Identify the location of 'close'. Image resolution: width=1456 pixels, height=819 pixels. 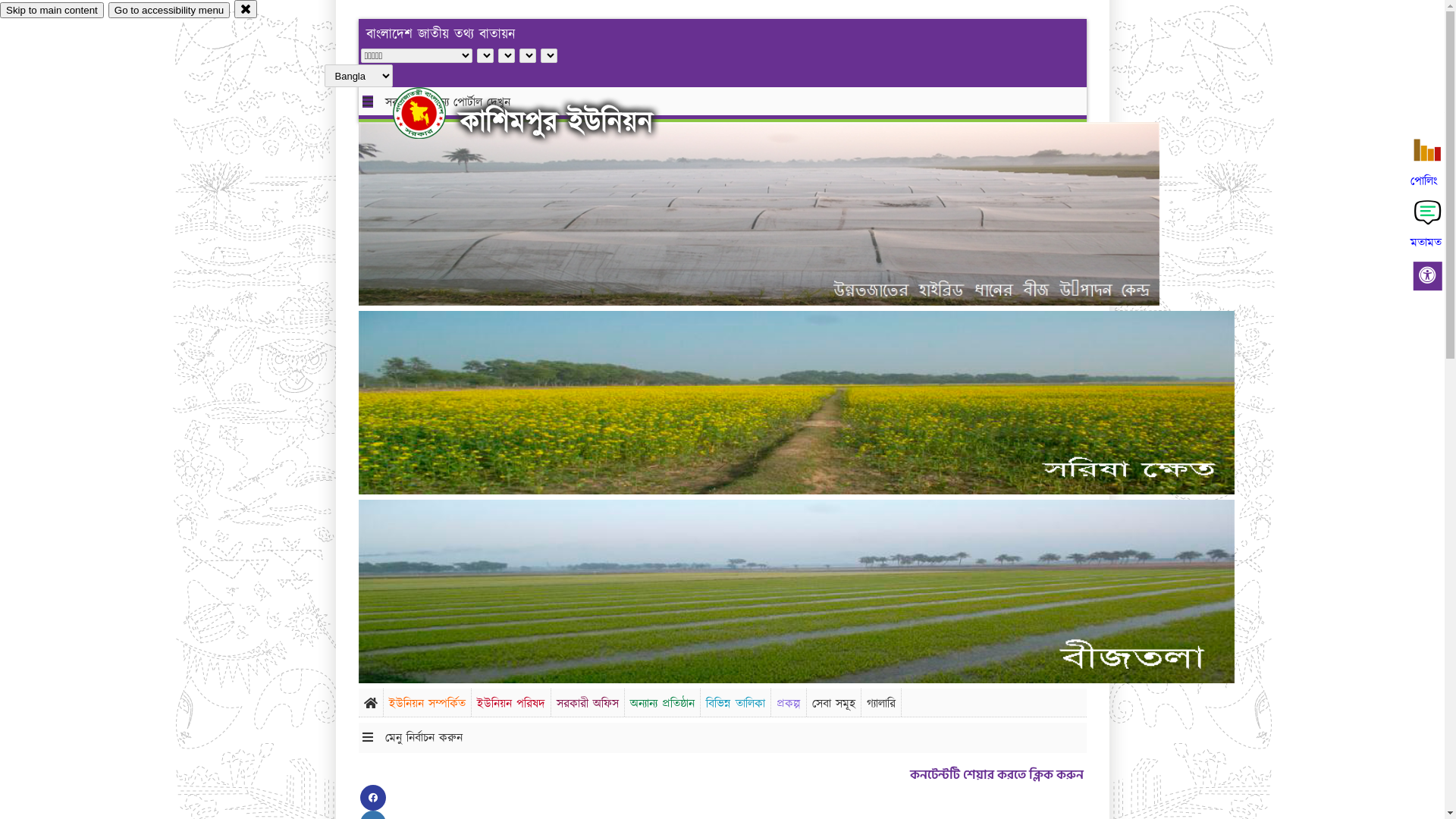
(246, 8).